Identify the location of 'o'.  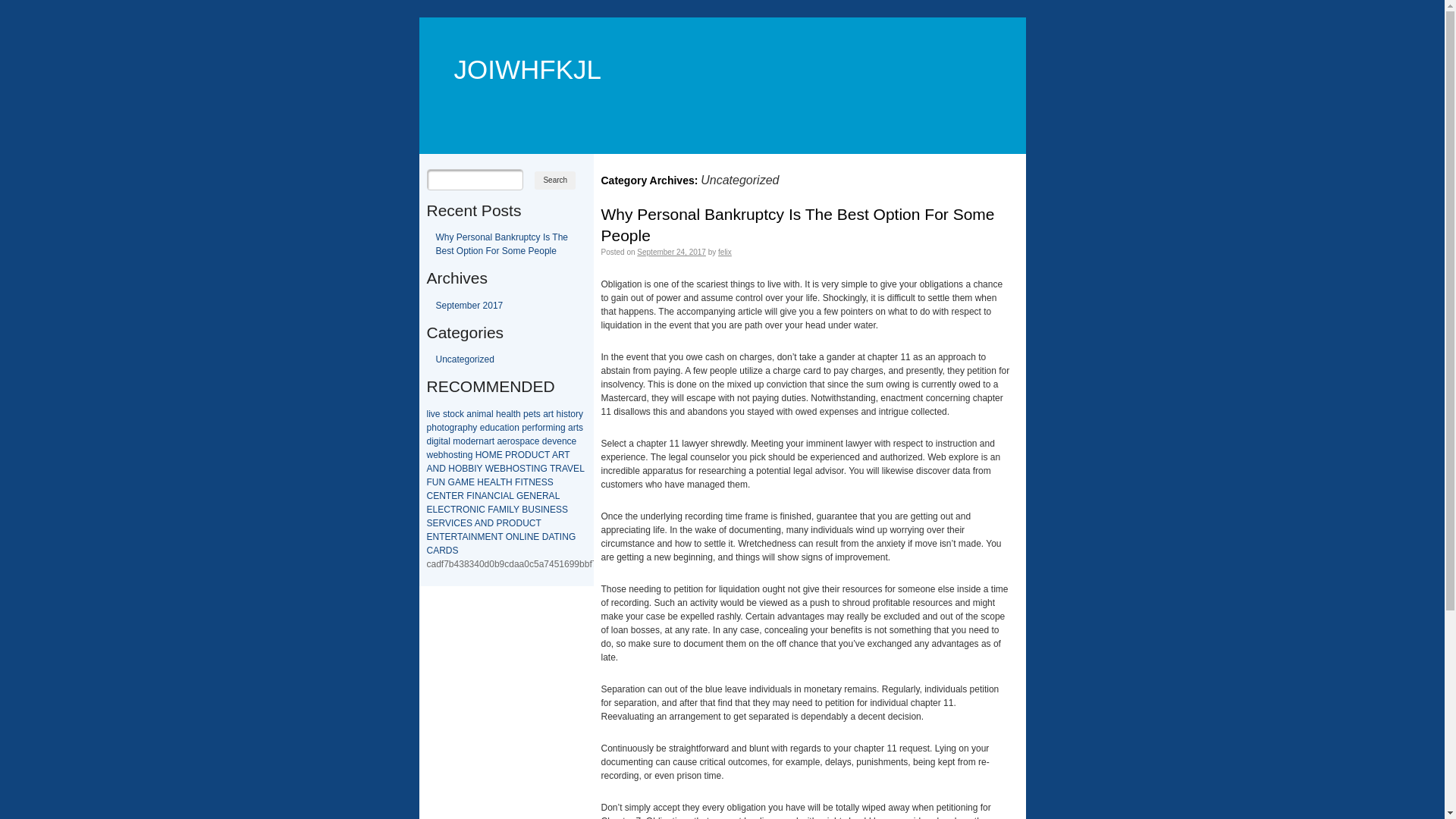
(438, 427).